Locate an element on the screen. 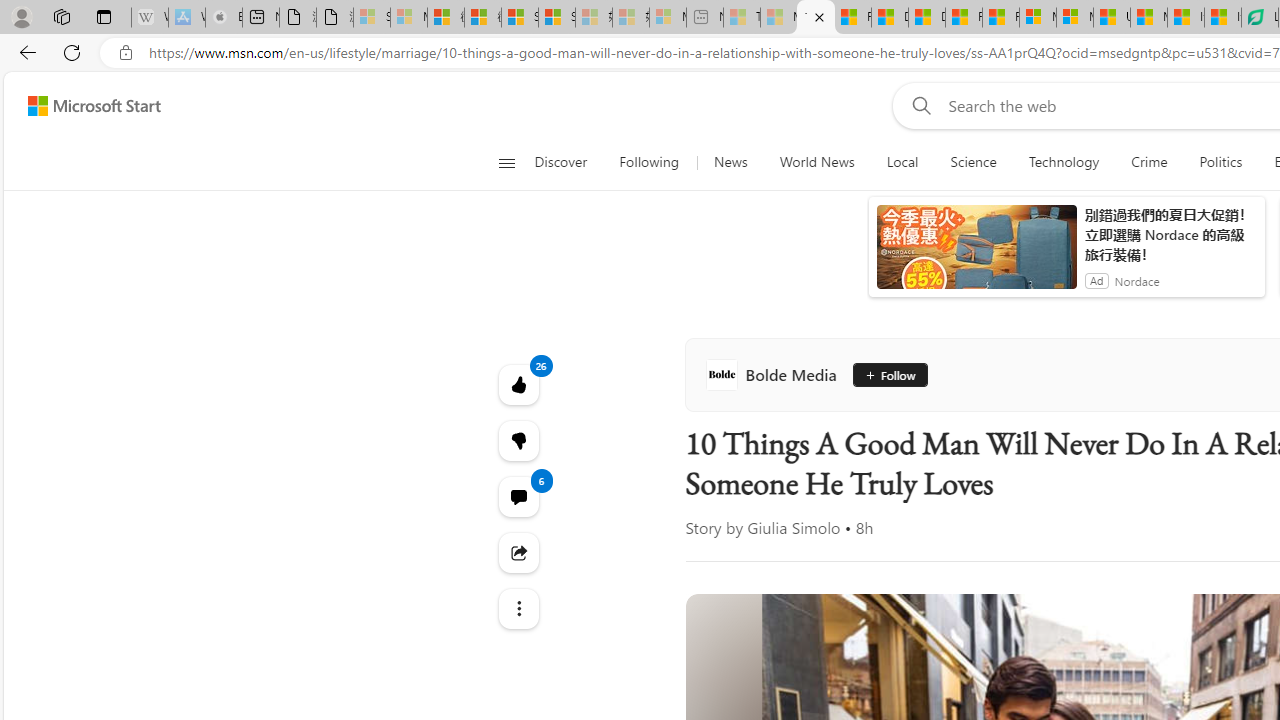 The height and width of the screenshot is (720, 1280). 'Technology' is located at coordinates (1063, 162).